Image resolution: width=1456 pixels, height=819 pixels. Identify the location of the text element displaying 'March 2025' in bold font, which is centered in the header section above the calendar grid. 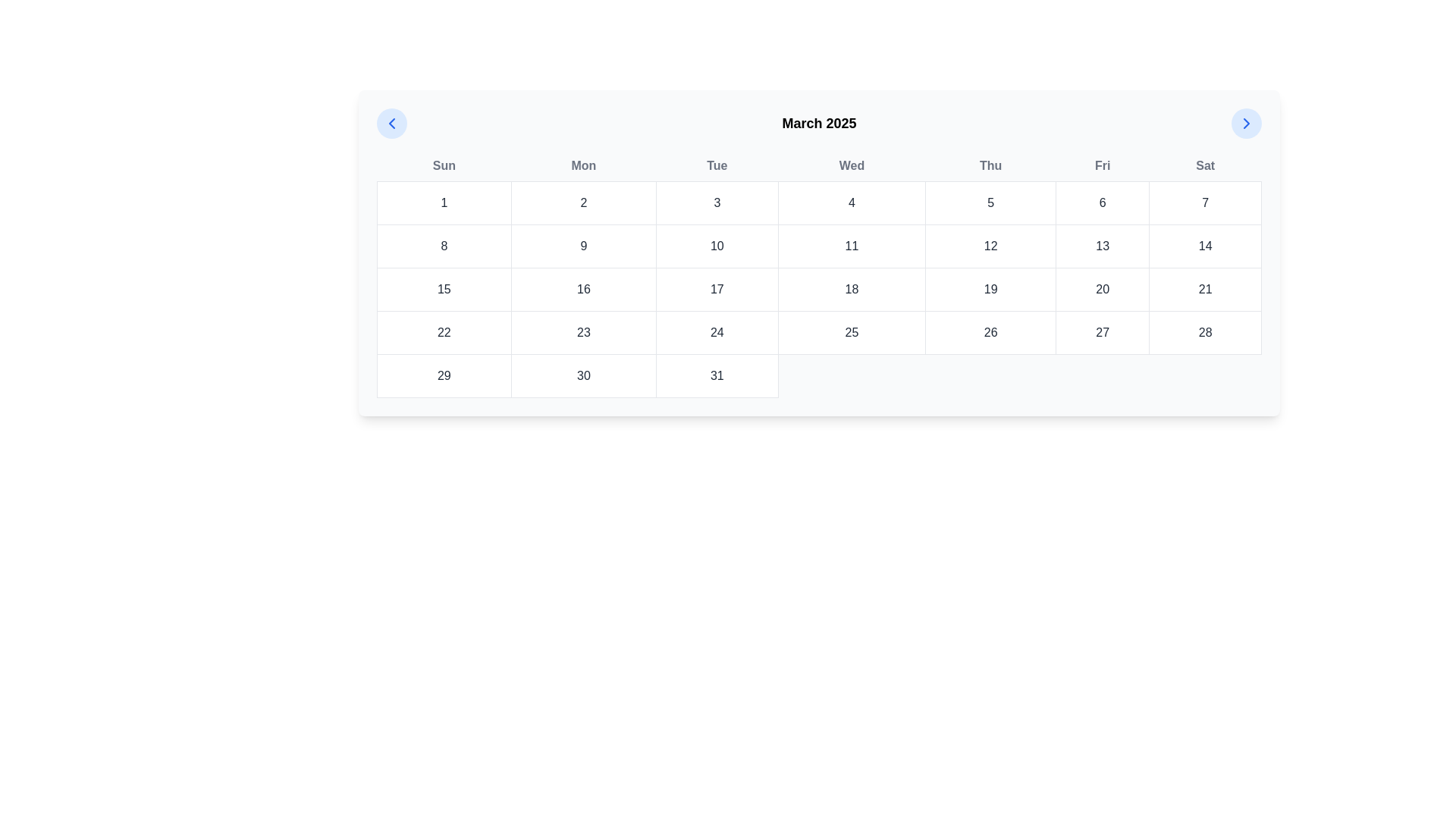
(818, 122).